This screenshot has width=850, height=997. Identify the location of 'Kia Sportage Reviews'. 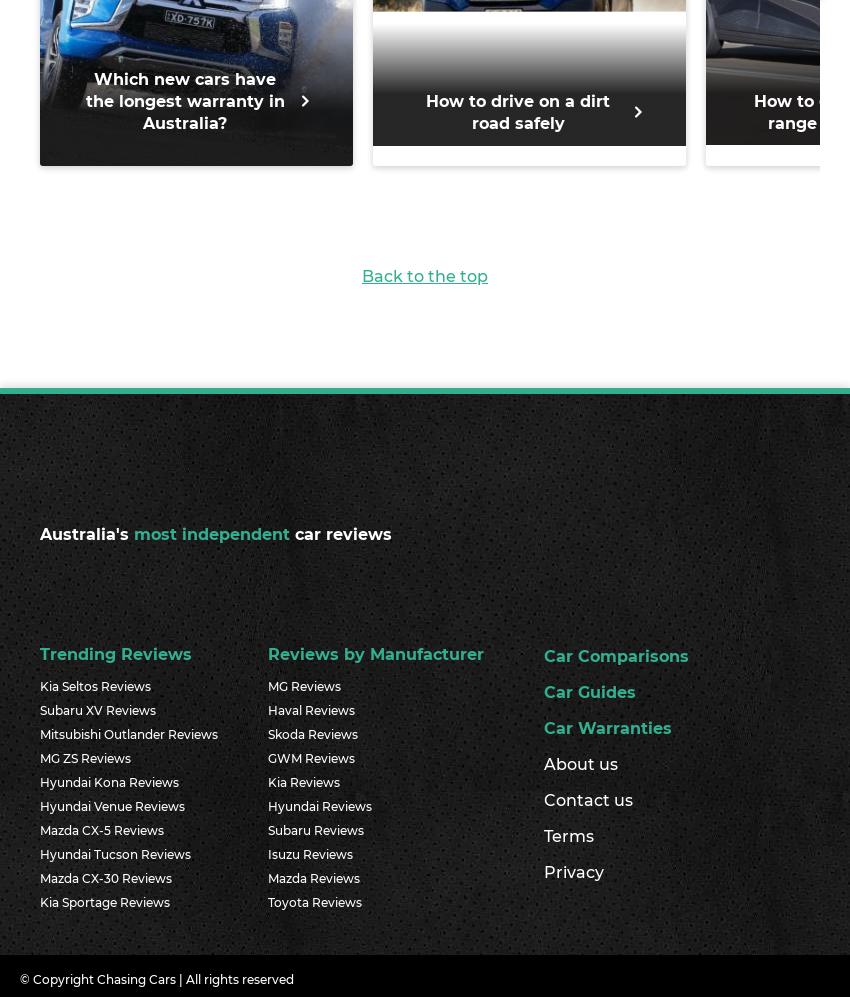
(39, 900).